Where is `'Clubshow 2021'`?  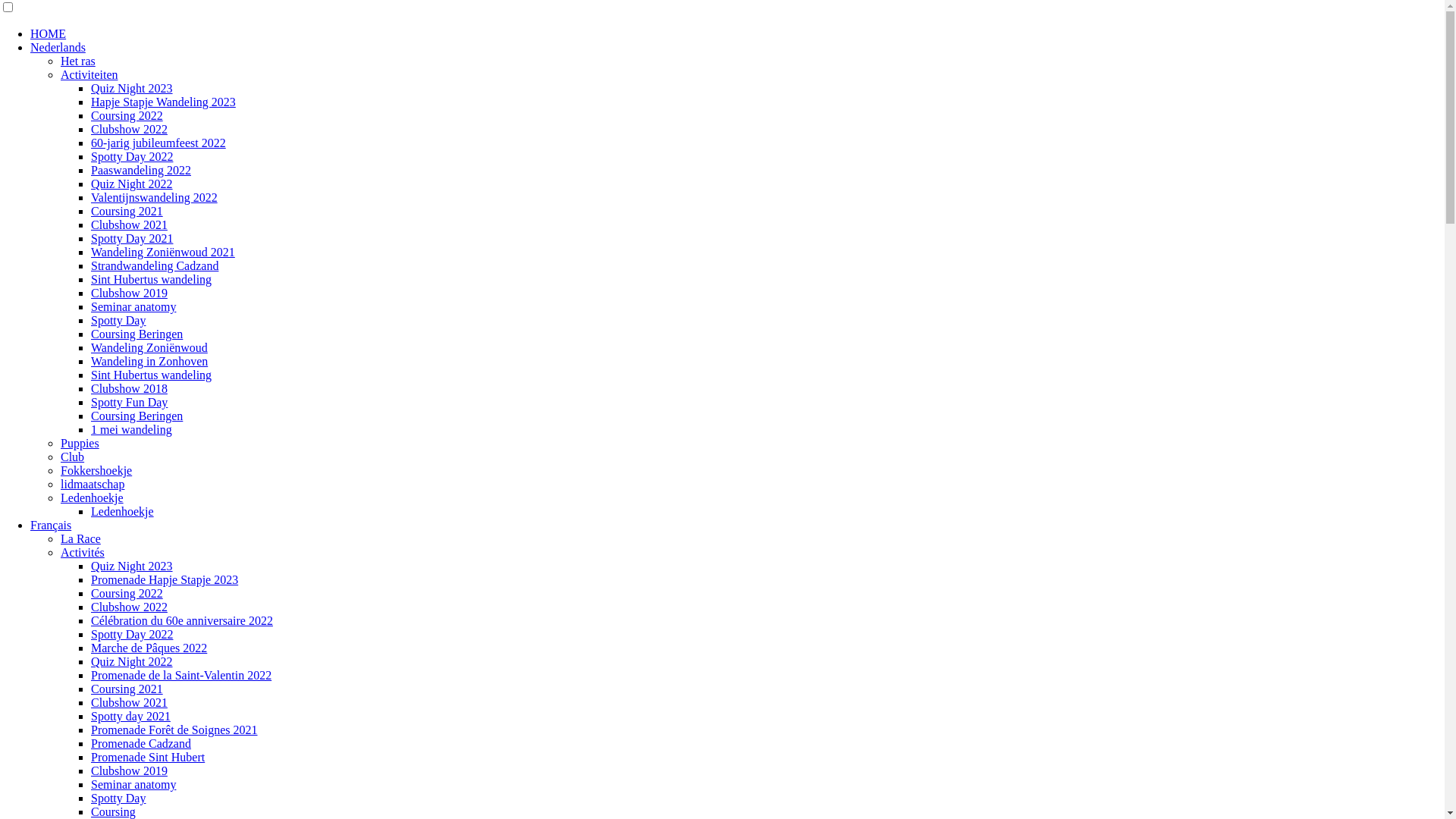 'Clubshow 2021' is located at coordinates (129, 702).